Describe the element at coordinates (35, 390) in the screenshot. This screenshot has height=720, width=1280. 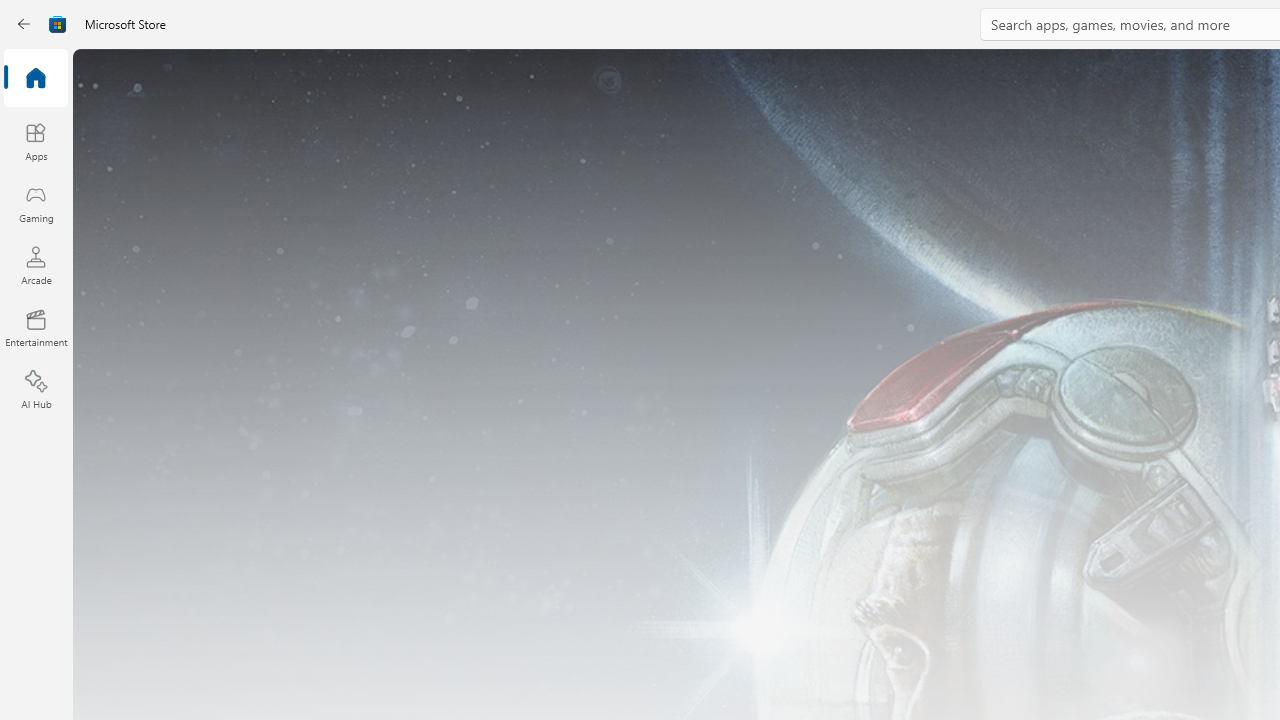
I see `'AI Hub'` at that location.